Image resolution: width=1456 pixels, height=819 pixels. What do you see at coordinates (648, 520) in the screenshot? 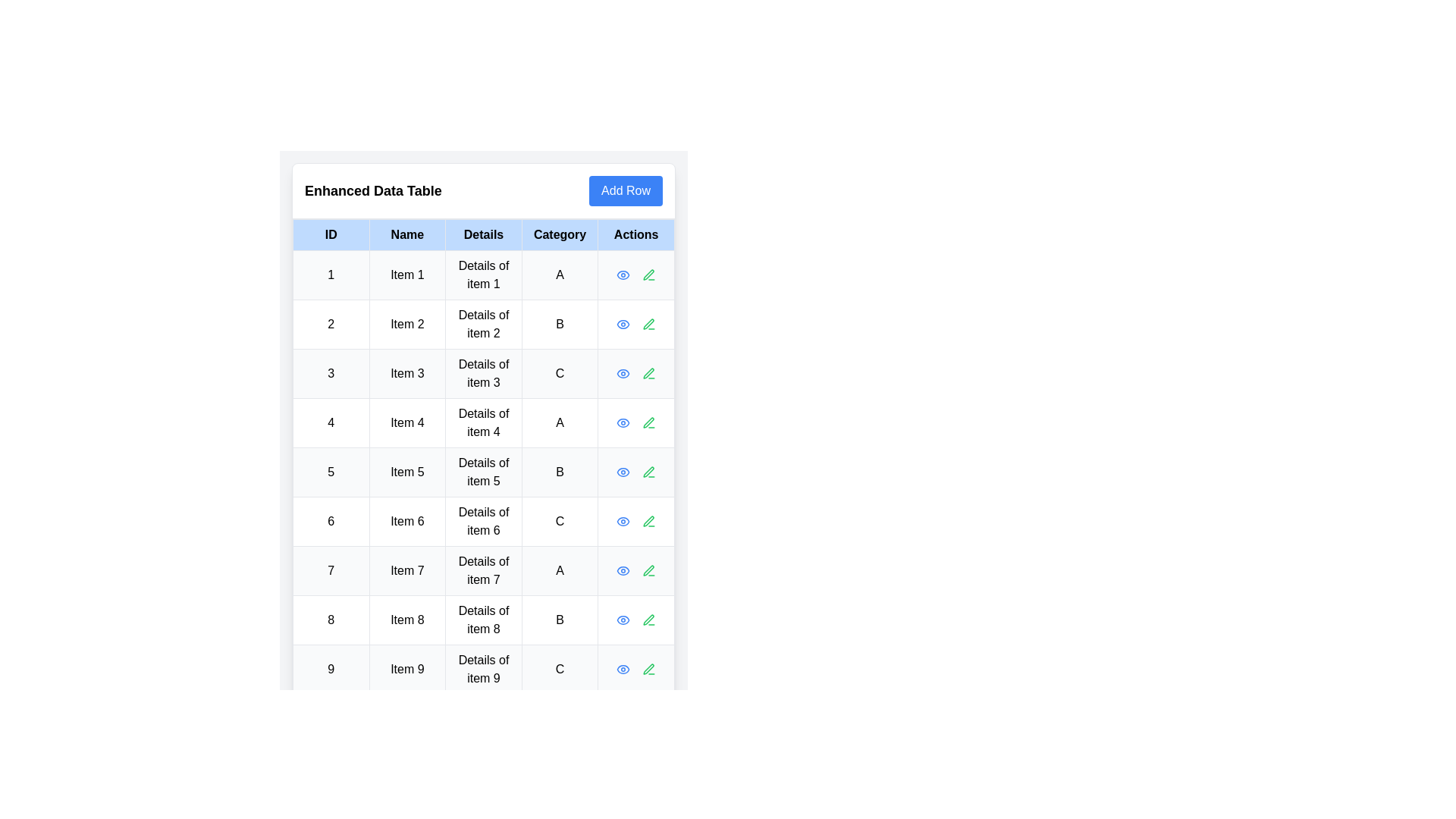
I see `the Pen or Edit Icon, which is a green icon resembling a writing instrument located in the 'Actions' column of the sixth row of the data table, positioned second to the right of the viewing symbol` at bounding box center [648, 520].